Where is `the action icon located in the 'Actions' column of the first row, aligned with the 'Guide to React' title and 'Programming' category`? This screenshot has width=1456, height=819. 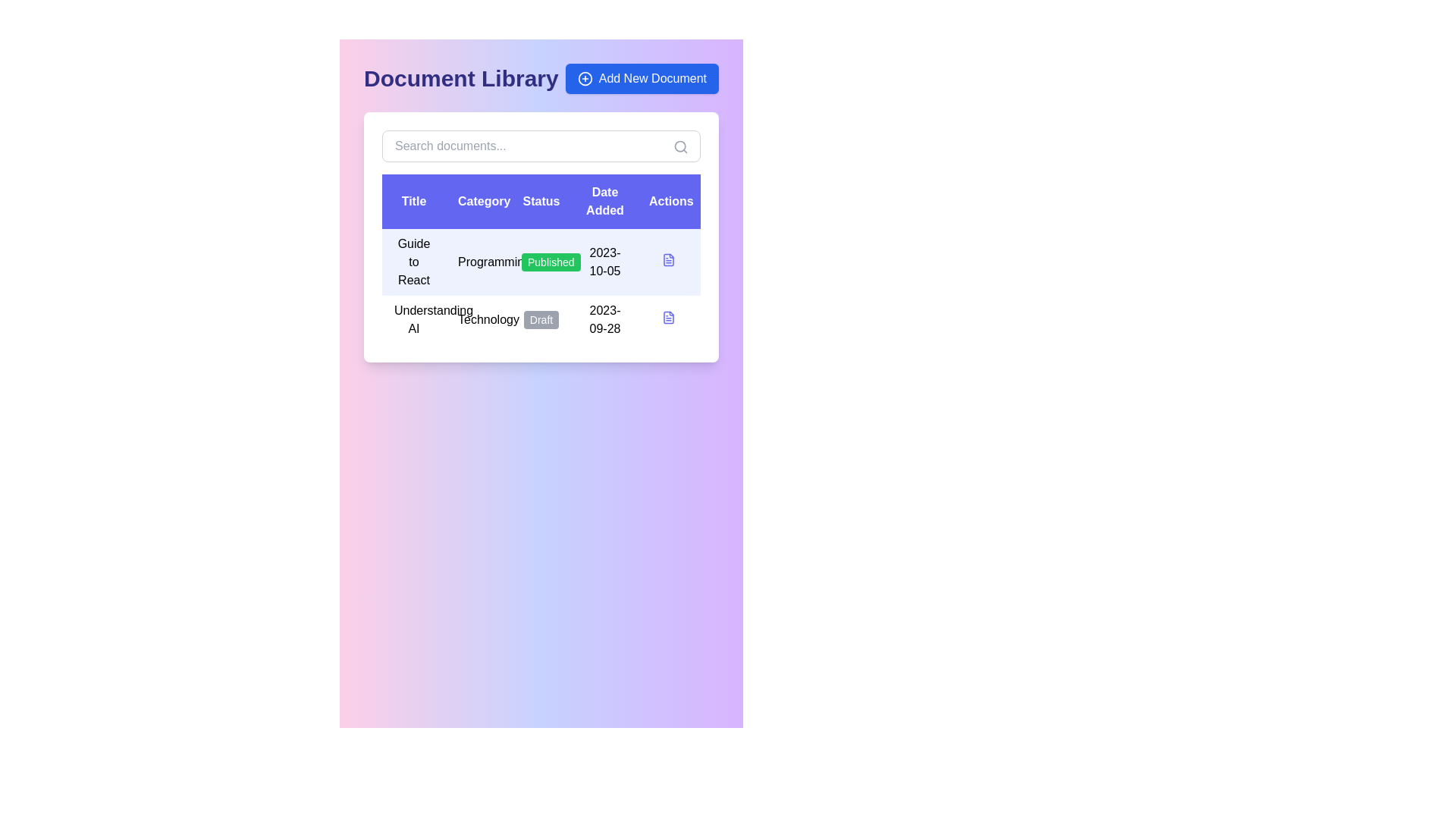
the action icon located in the 'Actions' column of the first row, aligned with the 'Guide to React' title and 'Programming' category is located at coordinates (668, 262).